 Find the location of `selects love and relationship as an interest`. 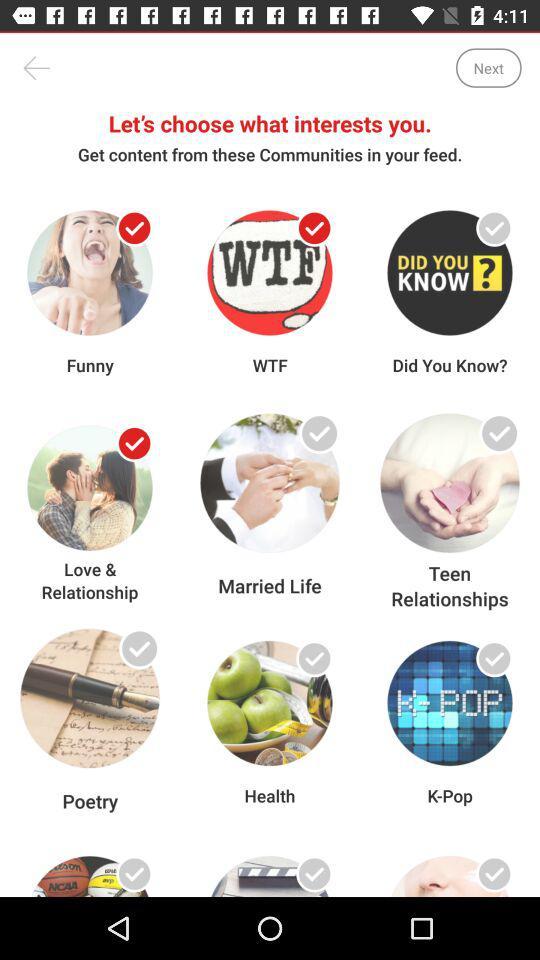

selects love and relationship as an interest is located at coordinates (134, 443).